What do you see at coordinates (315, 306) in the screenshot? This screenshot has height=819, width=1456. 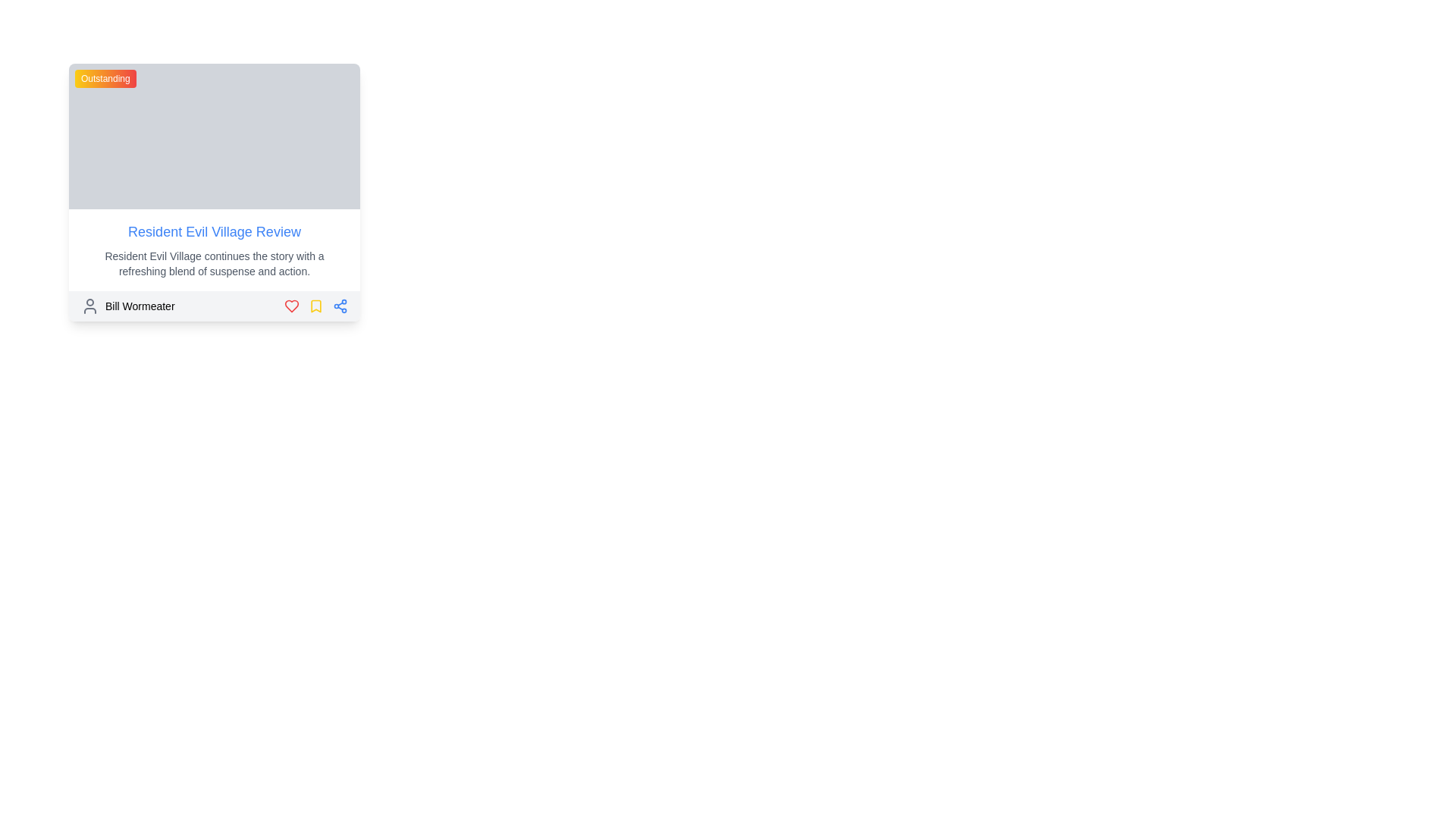 I see `the yellow bookmark icon, which is the second interactive item from the right in a horizontal group of icons below the main text content of the card` at bounding box center [315, 306].